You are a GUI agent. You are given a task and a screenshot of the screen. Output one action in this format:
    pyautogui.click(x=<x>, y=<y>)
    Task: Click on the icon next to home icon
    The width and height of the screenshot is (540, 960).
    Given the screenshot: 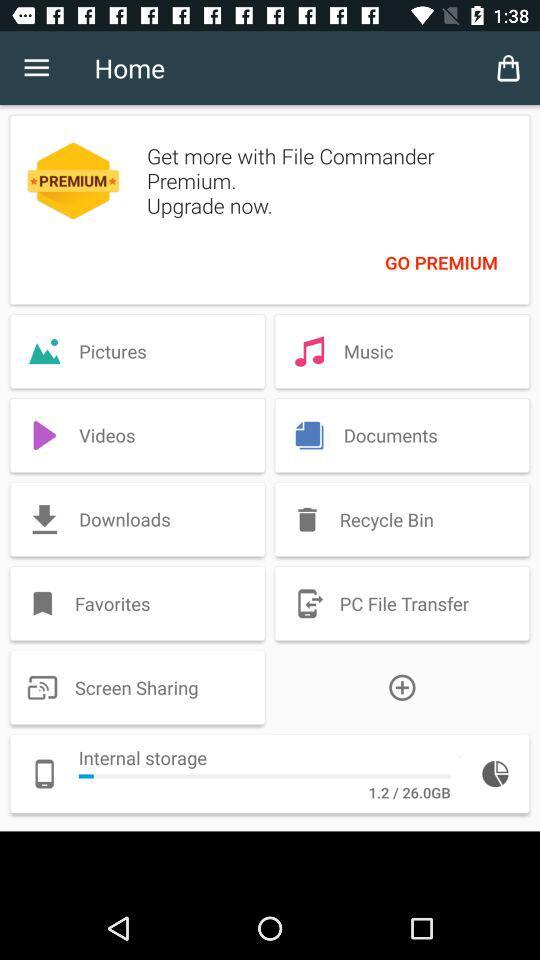 What is the action you would take?
    pyautogui.click(x=36, y=68)
    